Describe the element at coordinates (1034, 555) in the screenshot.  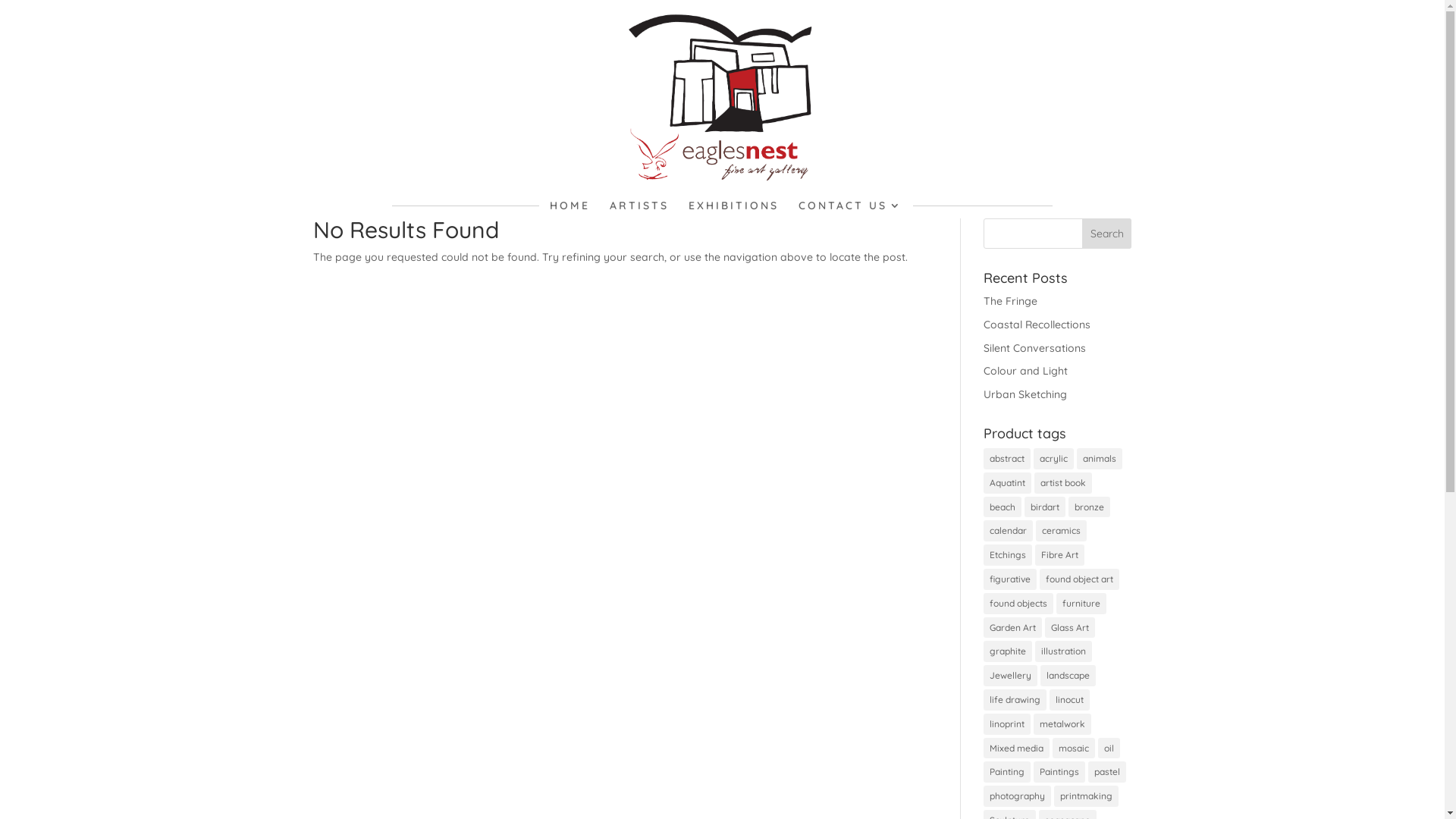
I see `'Fibre Art'` at that location.